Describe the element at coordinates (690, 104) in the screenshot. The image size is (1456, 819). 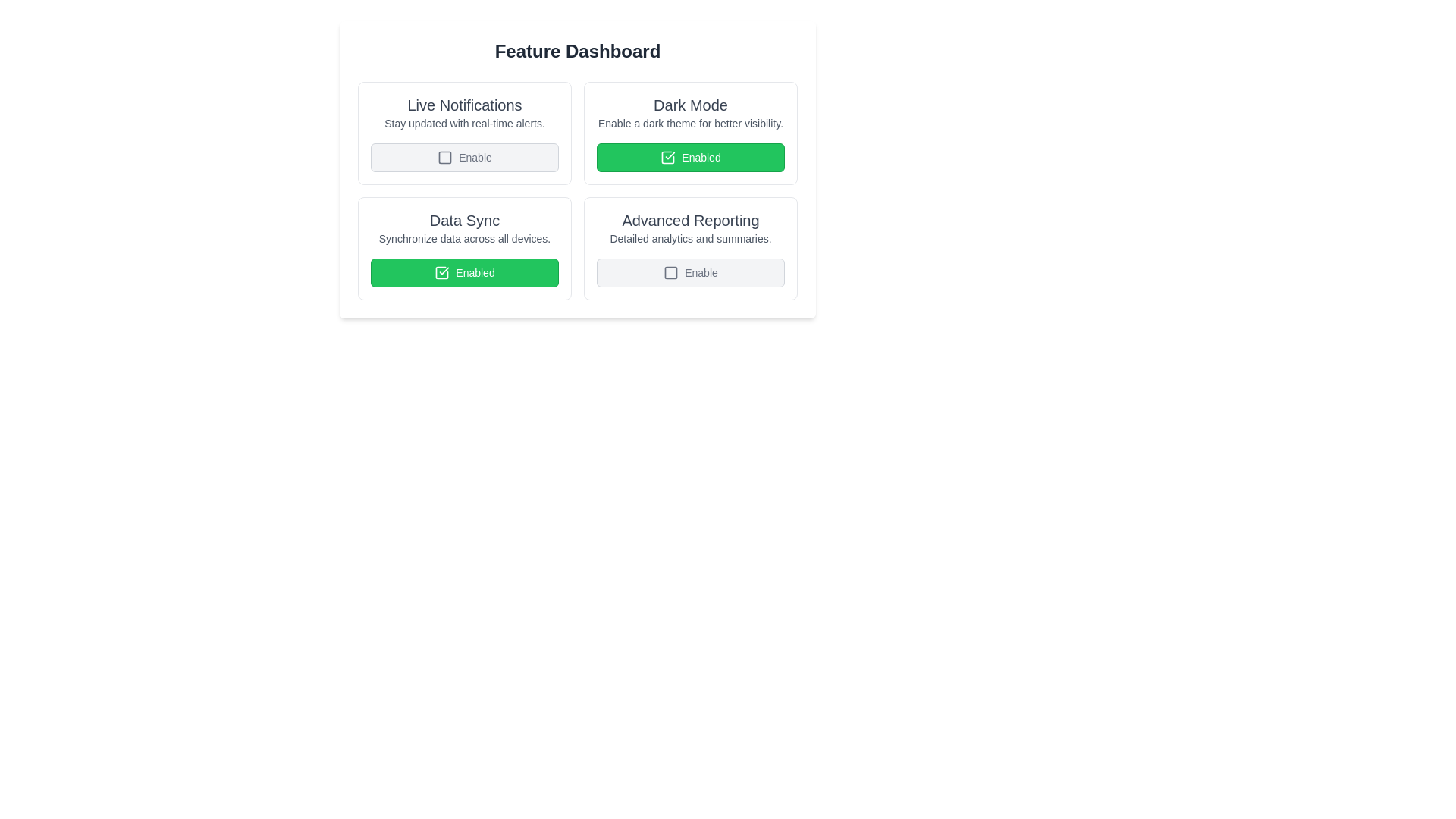
I see `the 'Dark Mode' text label, which is displayed in a bold, larger font above its descriptive text within the card-like layout in the Feature Dashboard section` at that location.